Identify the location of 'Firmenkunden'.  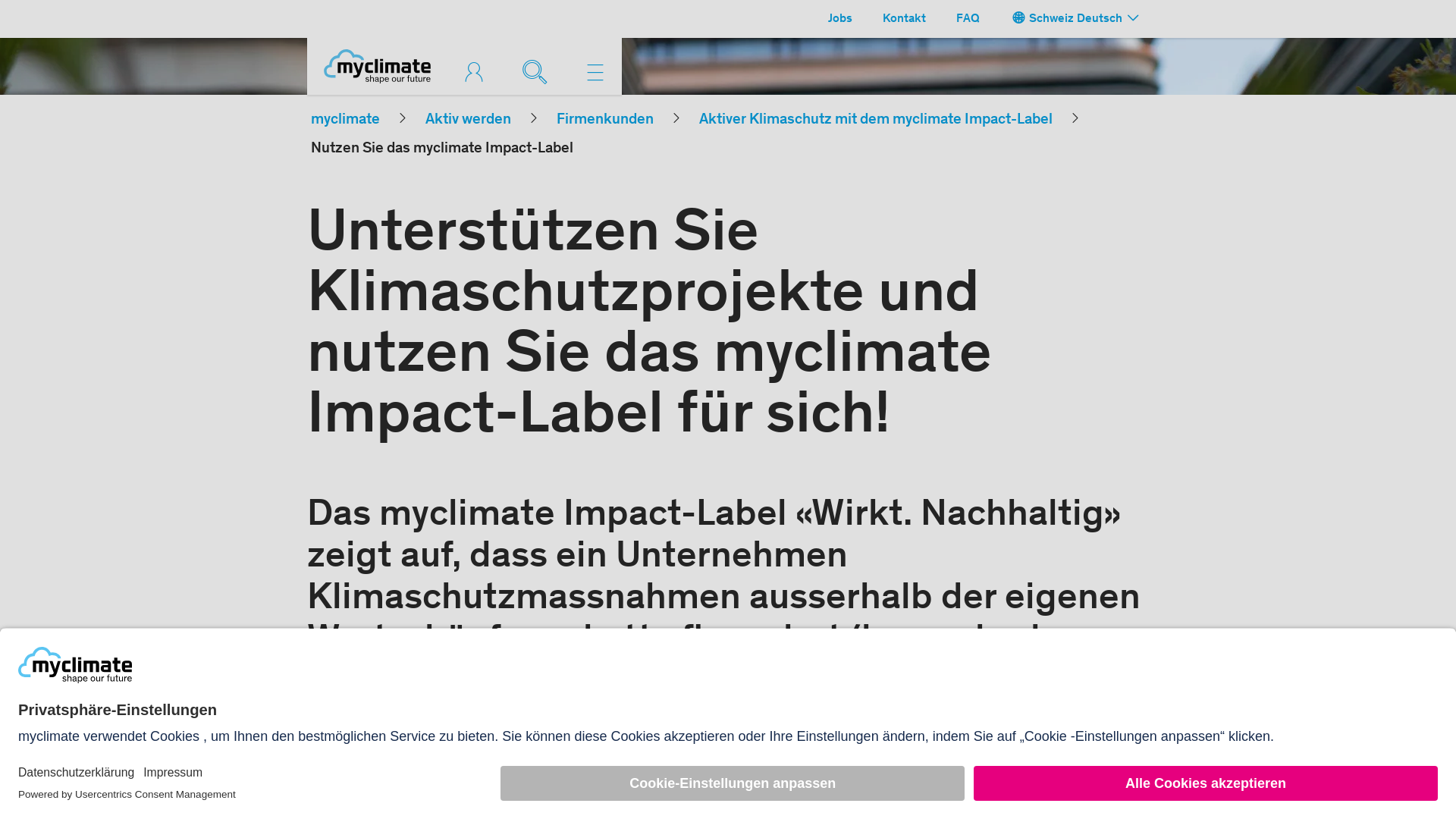
(604, 119).